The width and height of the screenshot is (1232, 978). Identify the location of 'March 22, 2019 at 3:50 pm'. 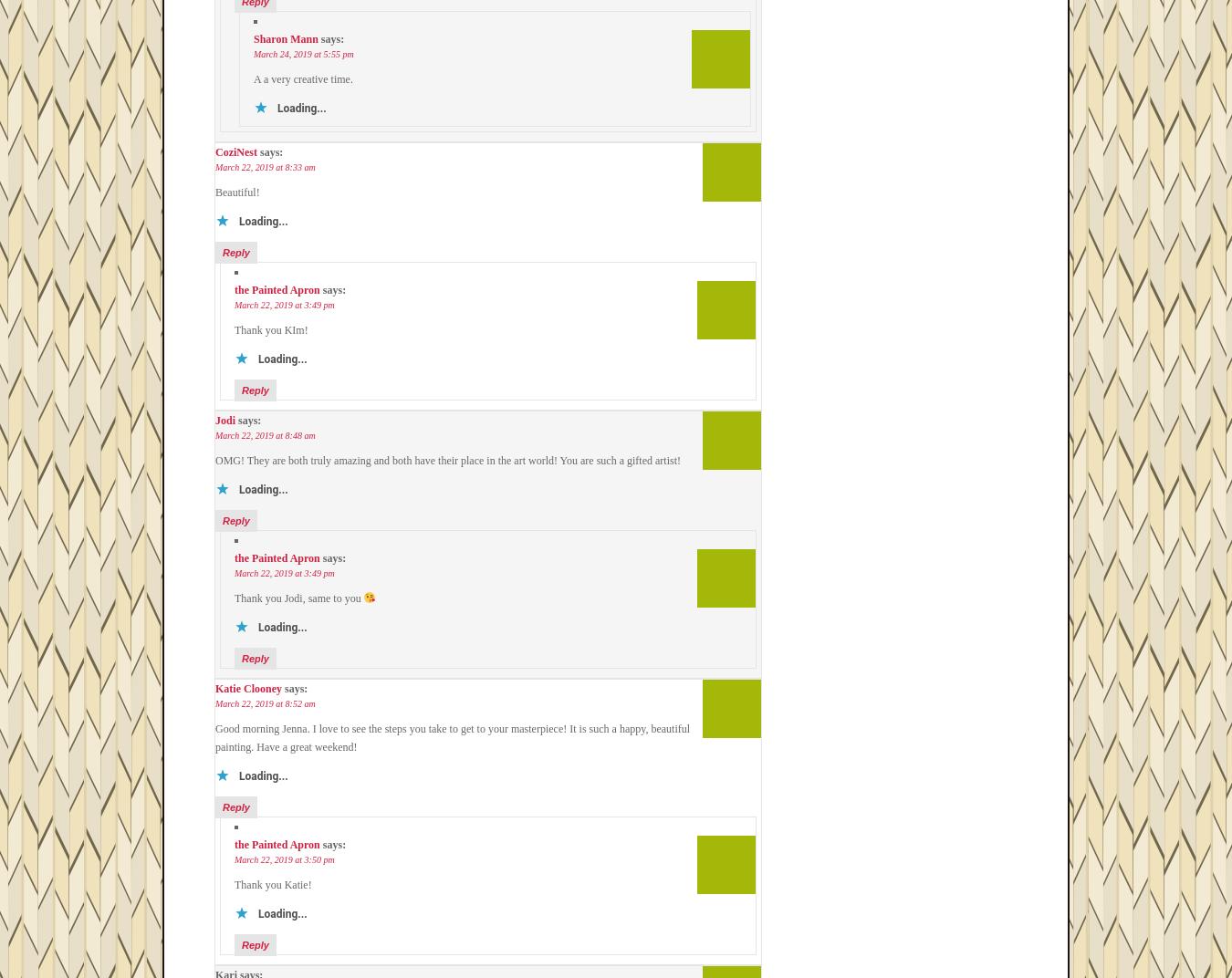
(283, 858).